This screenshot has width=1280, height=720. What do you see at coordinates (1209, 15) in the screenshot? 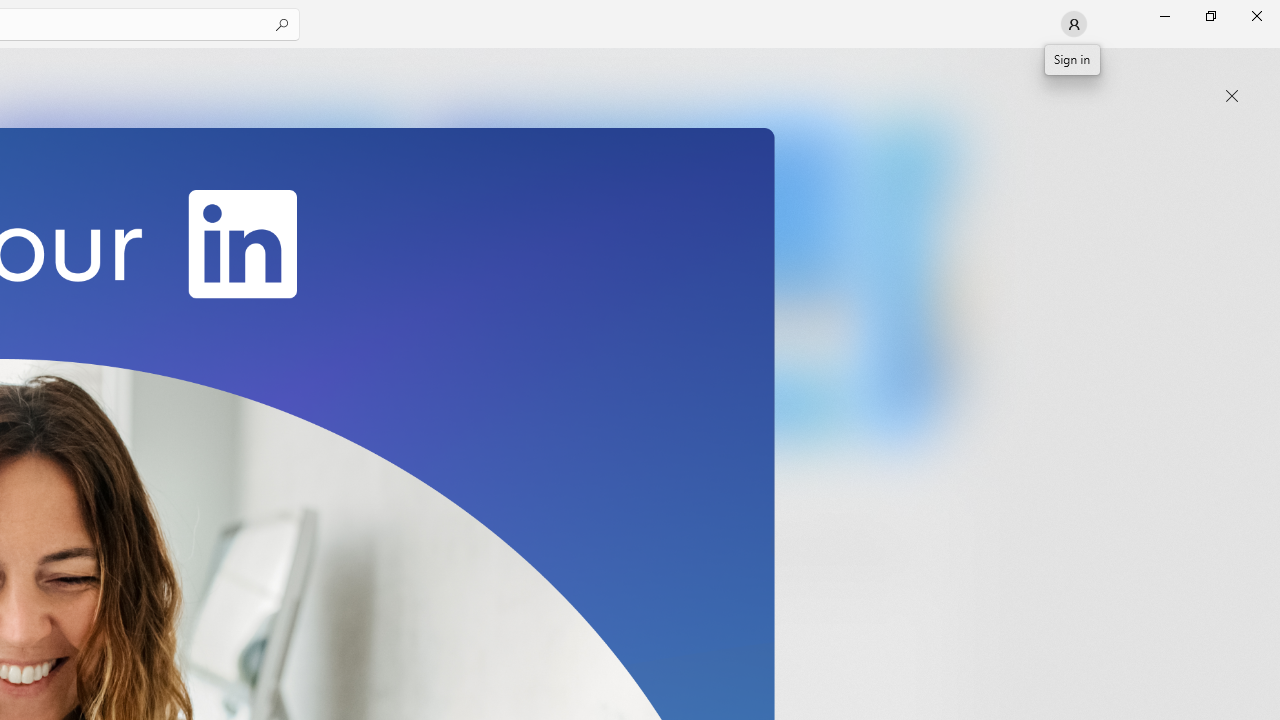
I see `'Restore Microsoft Store'` at bounding box center [1209, 15].